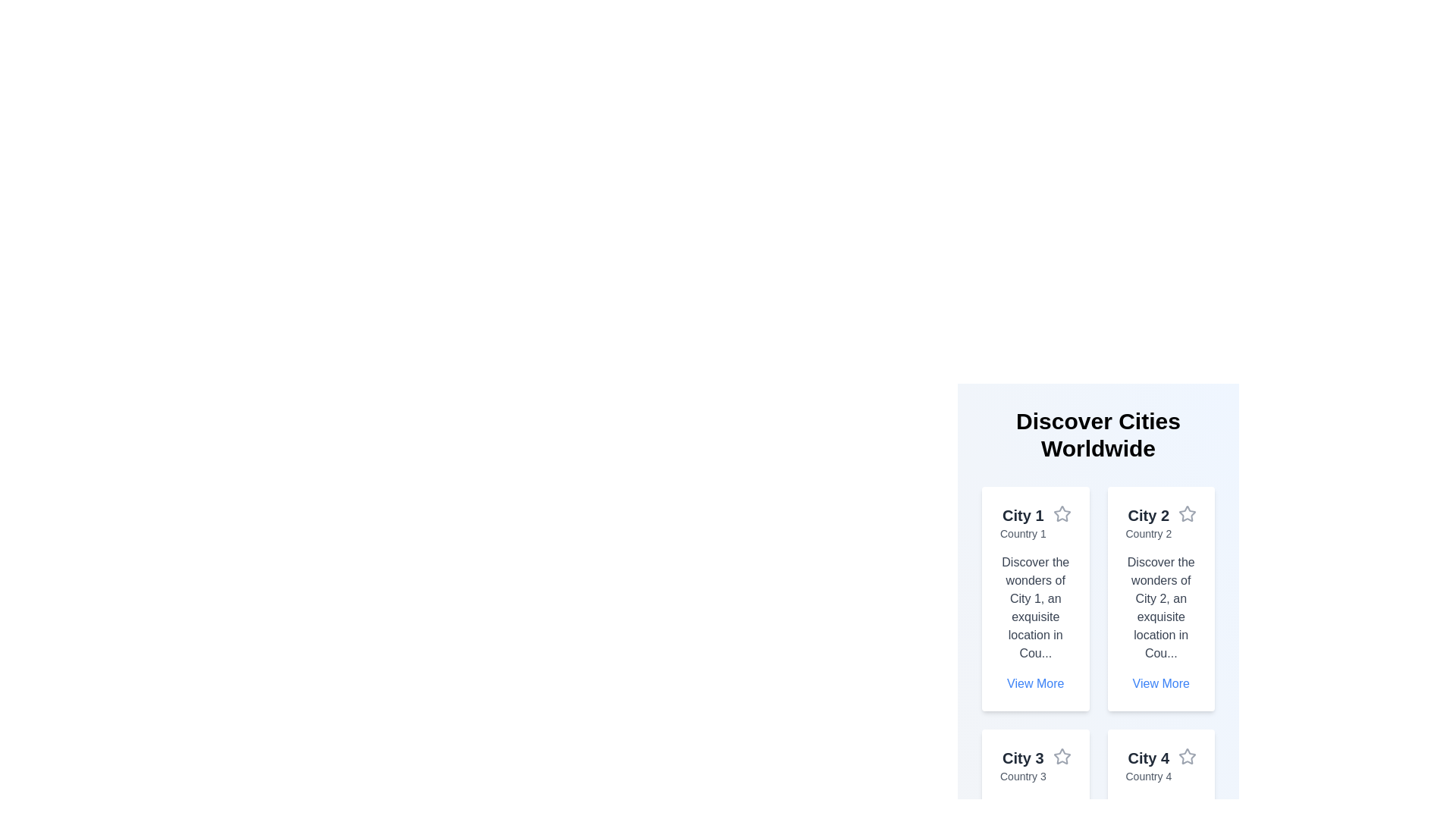 This screenshot has height=819, width=1456. I want to click on the Star Icon next to the 'City 2' header to possibly see a tooltip, so click(1186, 513).